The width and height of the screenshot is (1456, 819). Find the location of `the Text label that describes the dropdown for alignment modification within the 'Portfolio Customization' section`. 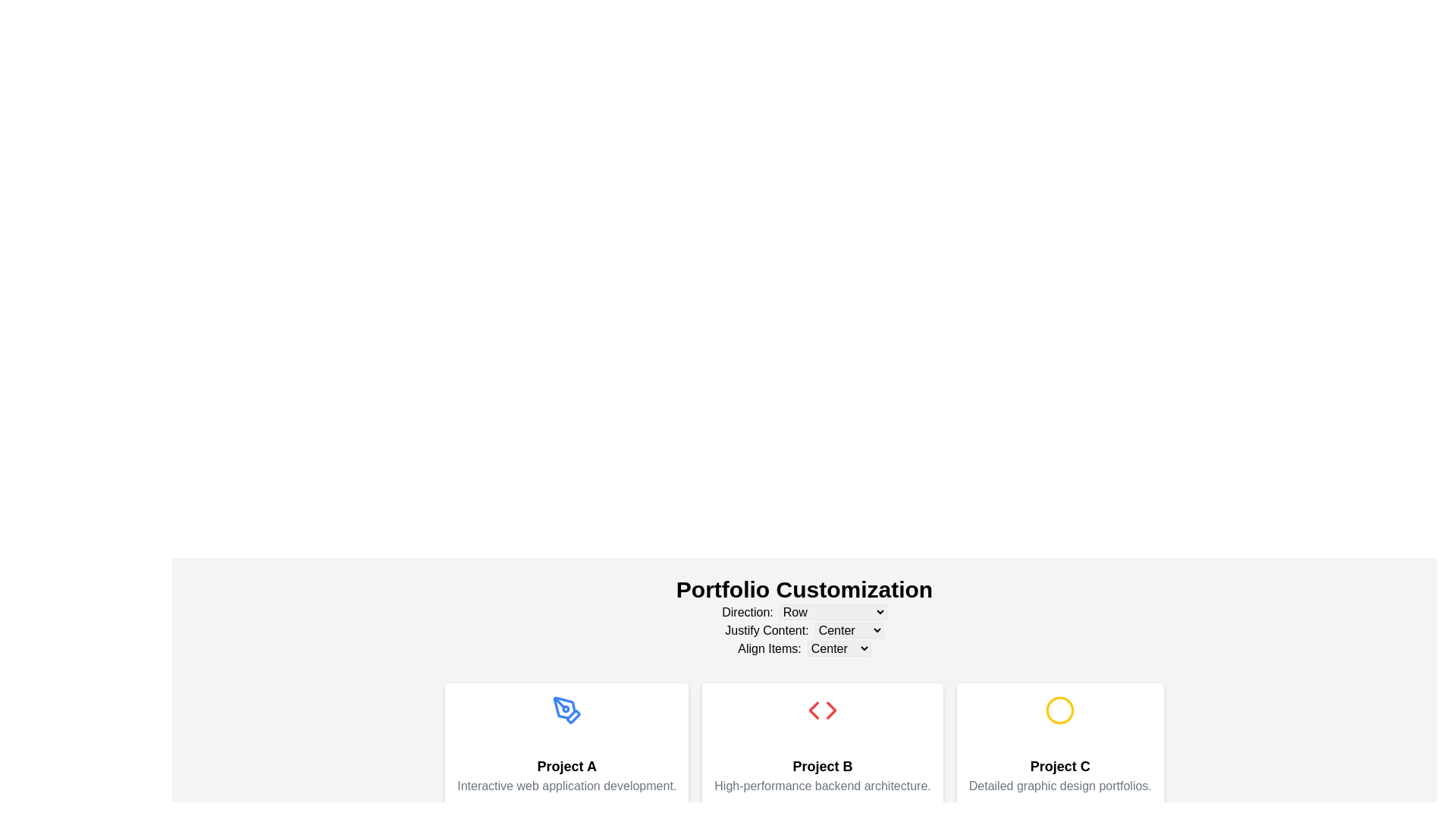

the Text label that describes the dropdown for alignment modification within the 'Portfolio Customization' section is located at coordinates (769, 648).